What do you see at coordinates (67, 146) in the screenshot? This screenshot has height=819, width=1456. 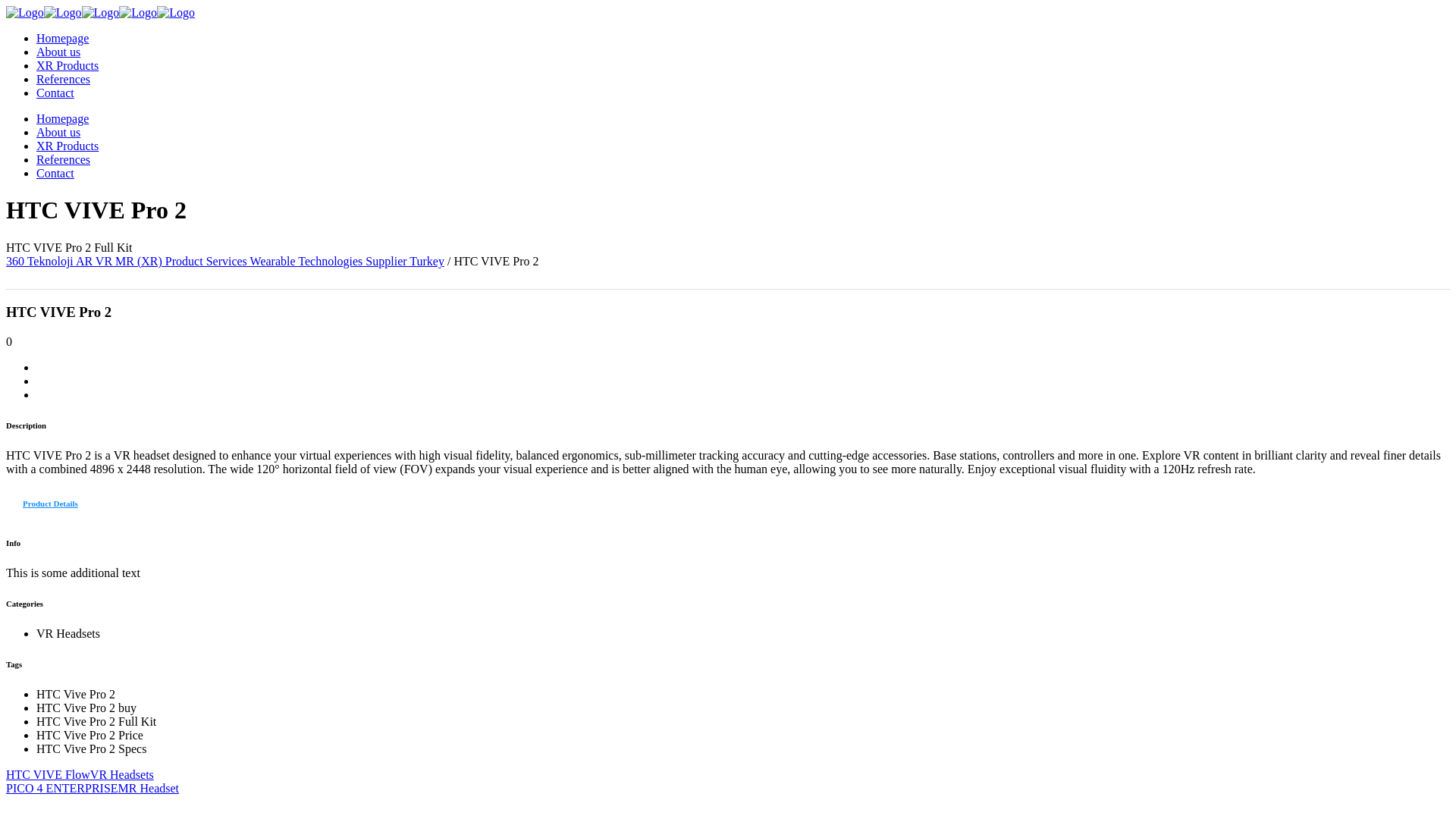 I see `'XR Products'` at bounding box center [67, 146].